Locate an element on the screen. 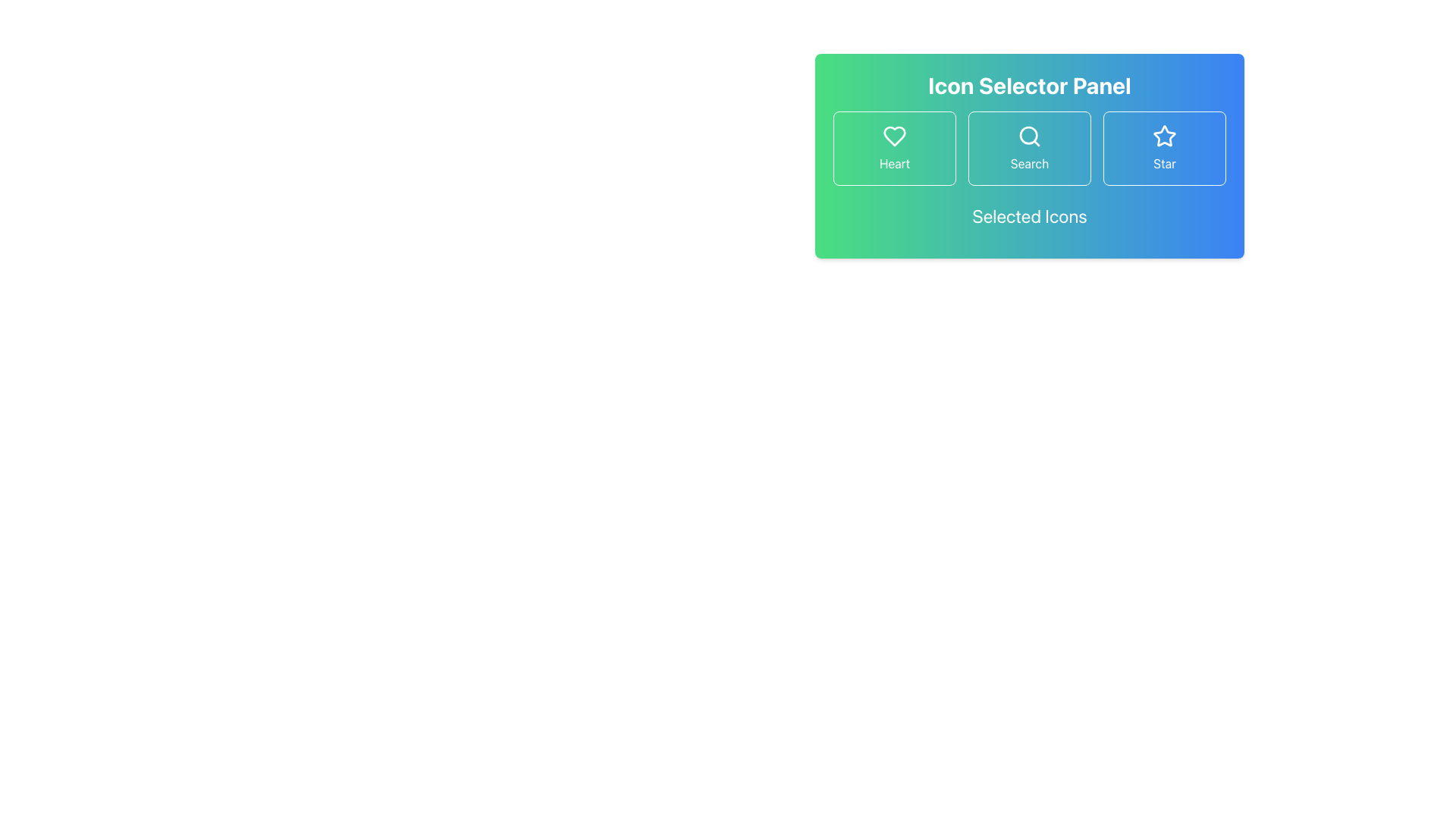 The image size is (1456, 819). title text located at the top of the panel, which informs users about the purpose of the surrounding interface is located at coordinates (1030, 85).